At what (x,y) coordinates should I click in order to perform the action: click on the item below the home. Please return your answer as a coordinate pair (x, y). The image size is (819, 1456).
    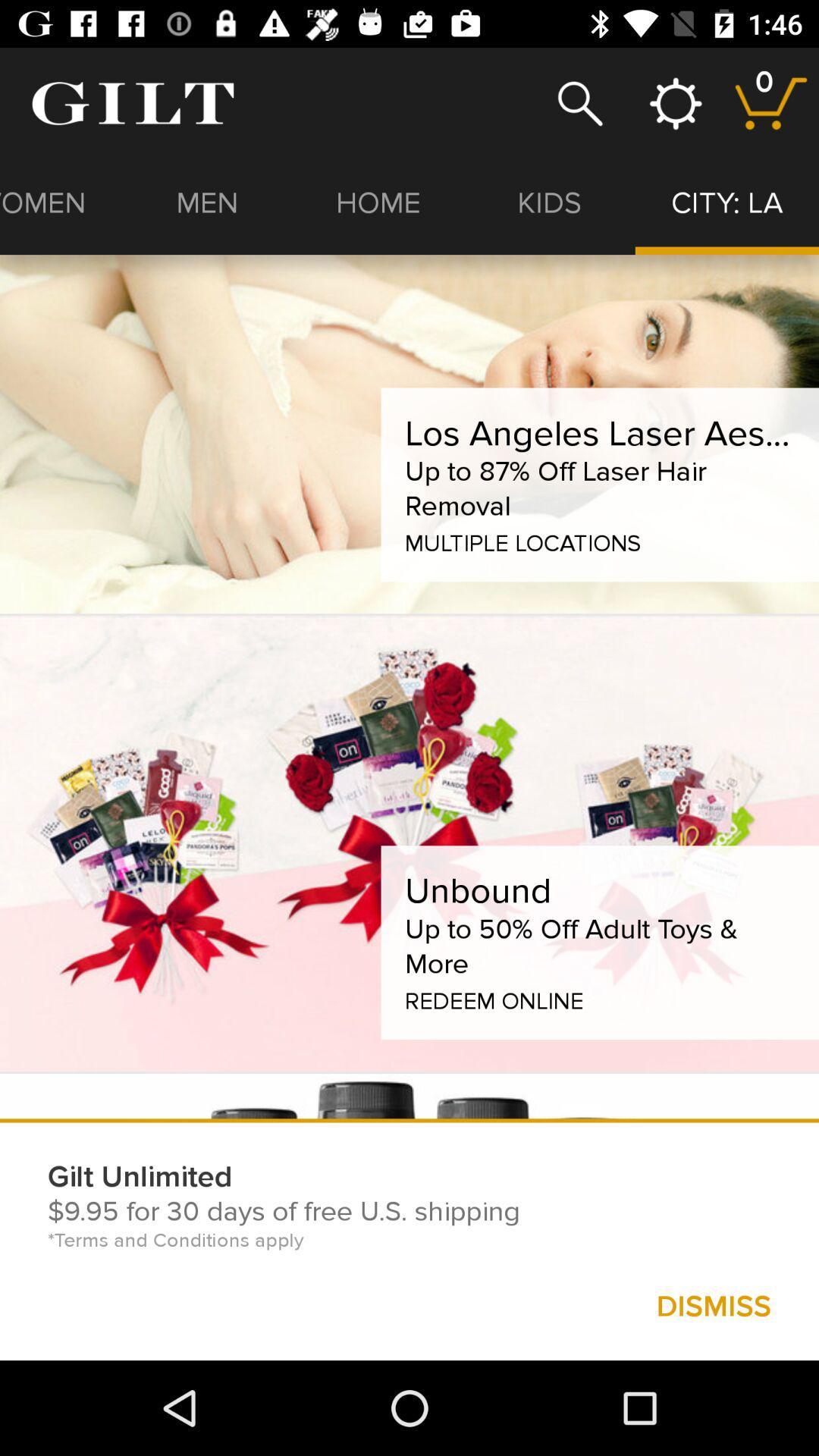
    Looking at the image, I should click on (599, 432).